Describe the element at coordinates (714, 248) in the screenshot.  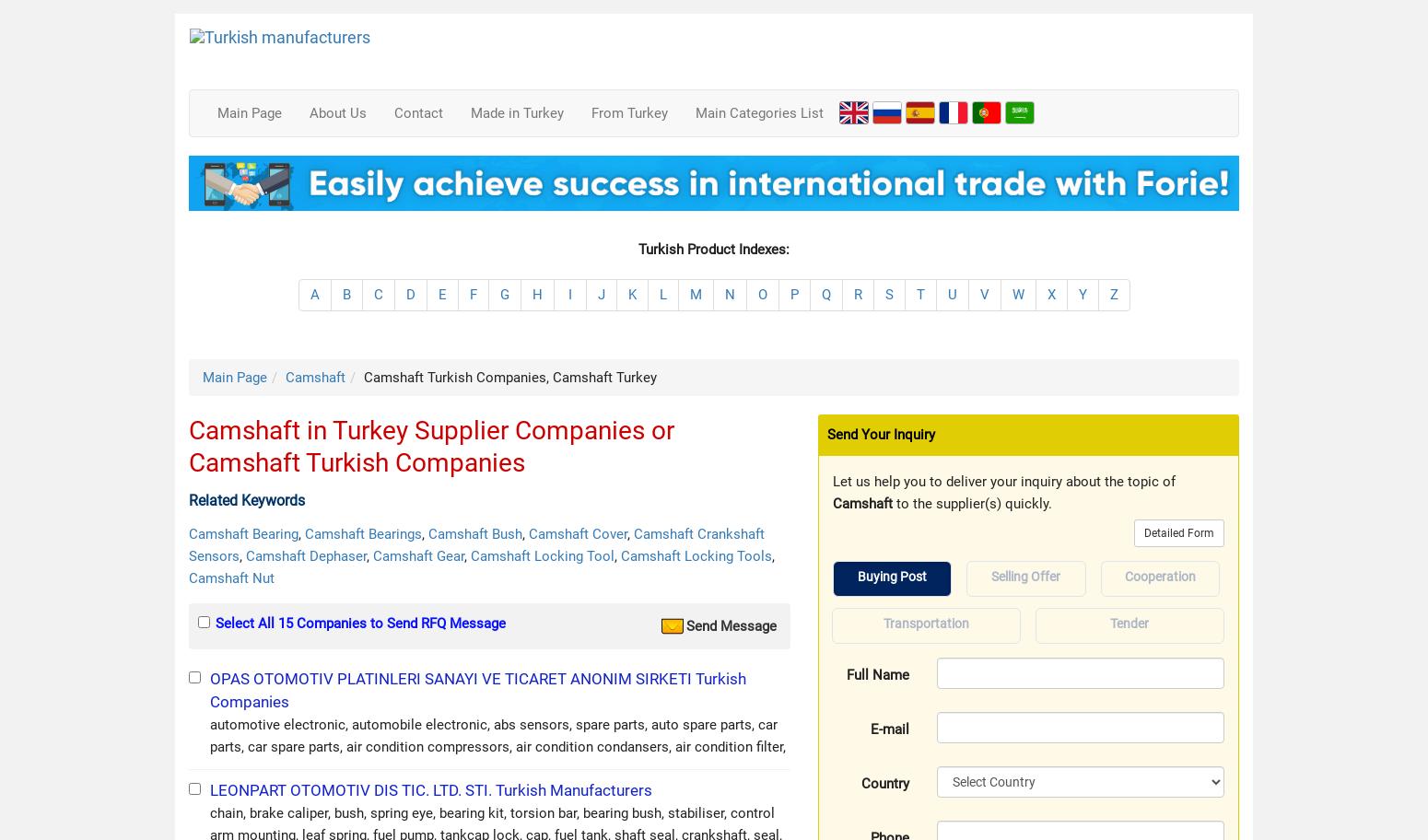
I see `'Turkish Product Indexes:'` at that location.